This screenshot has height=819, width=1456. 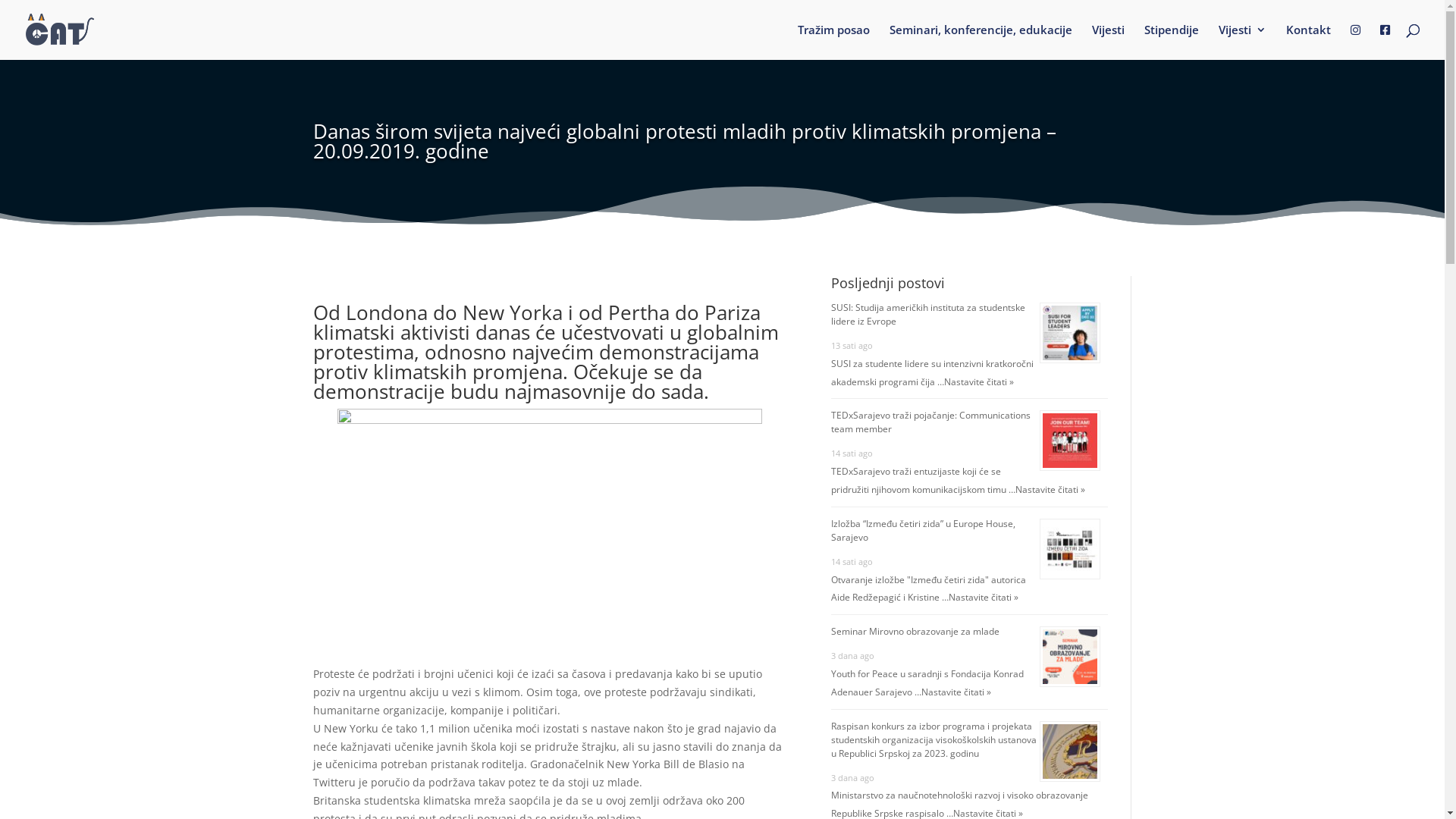 What do you see at coordinates (1171, 40) in the screenshot?
I see `'Stipendije'` at bounding box center [1171, 40].